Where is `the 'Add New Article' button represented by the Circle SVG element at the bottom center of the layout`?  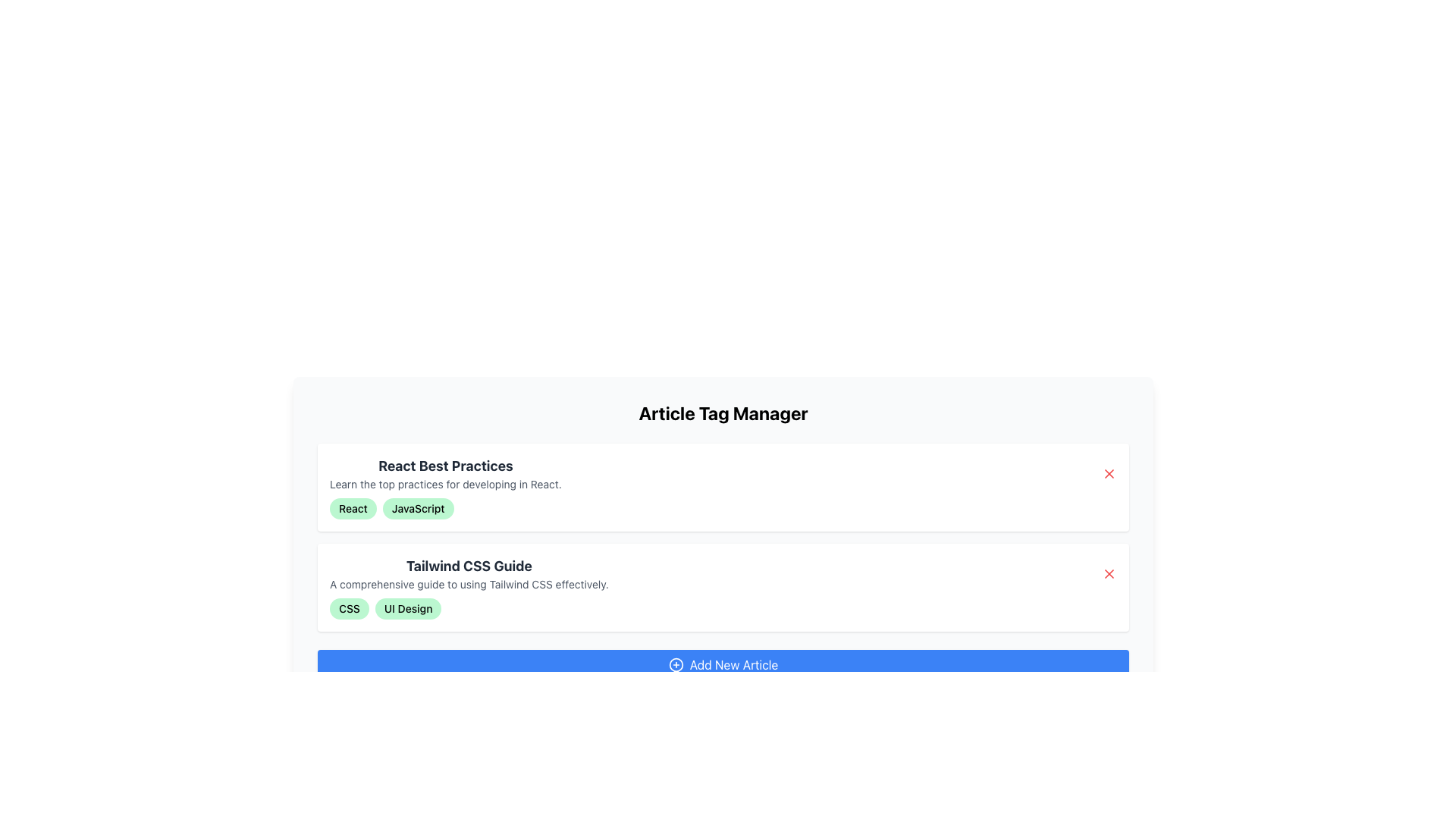 the 'Add New Article' button represented by the Circle SVG element at the bottom center of the layout is located at coordinates (675, 664).